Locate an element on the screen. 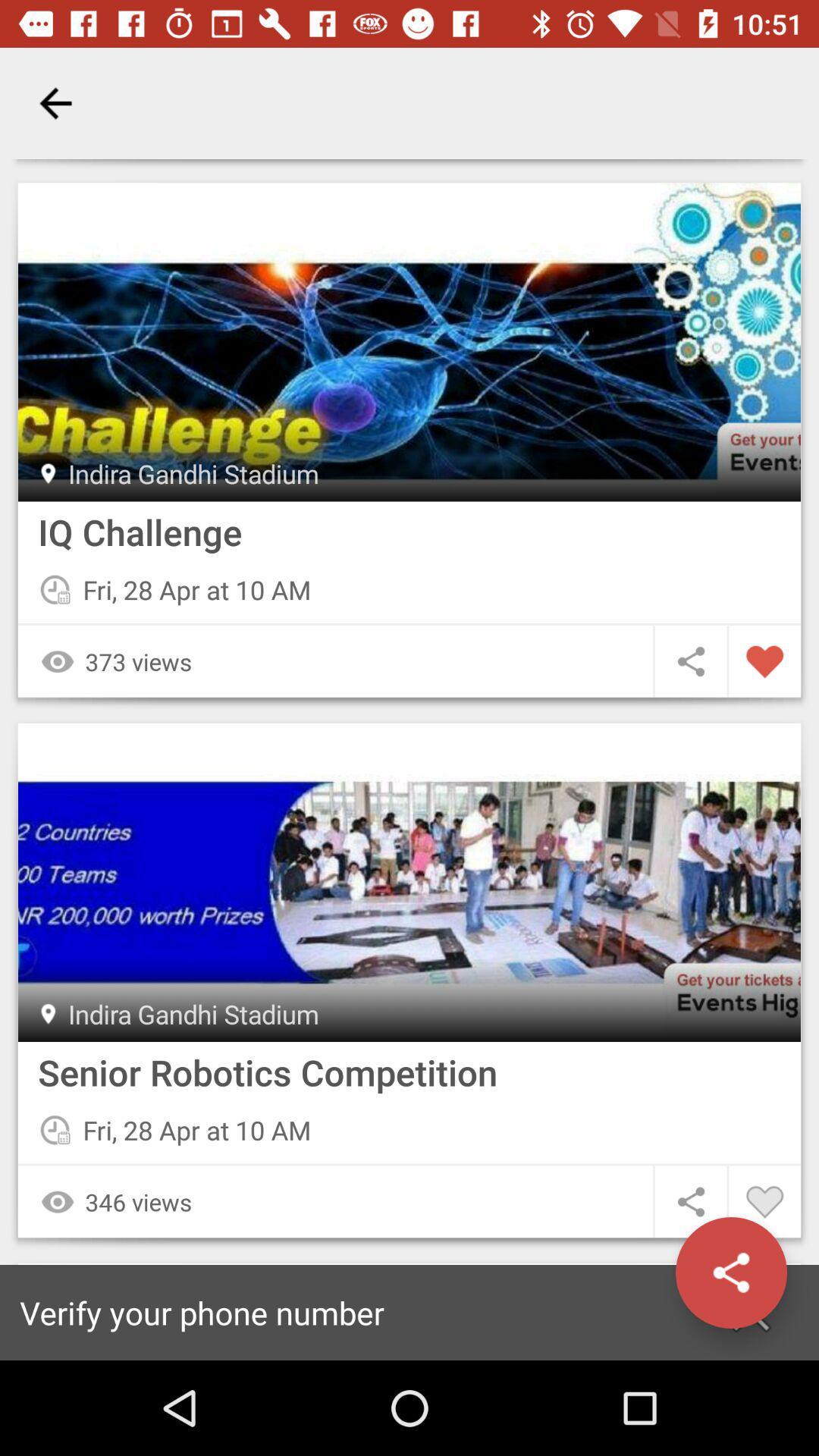  the share icon is located at coordinates (730, 1272).